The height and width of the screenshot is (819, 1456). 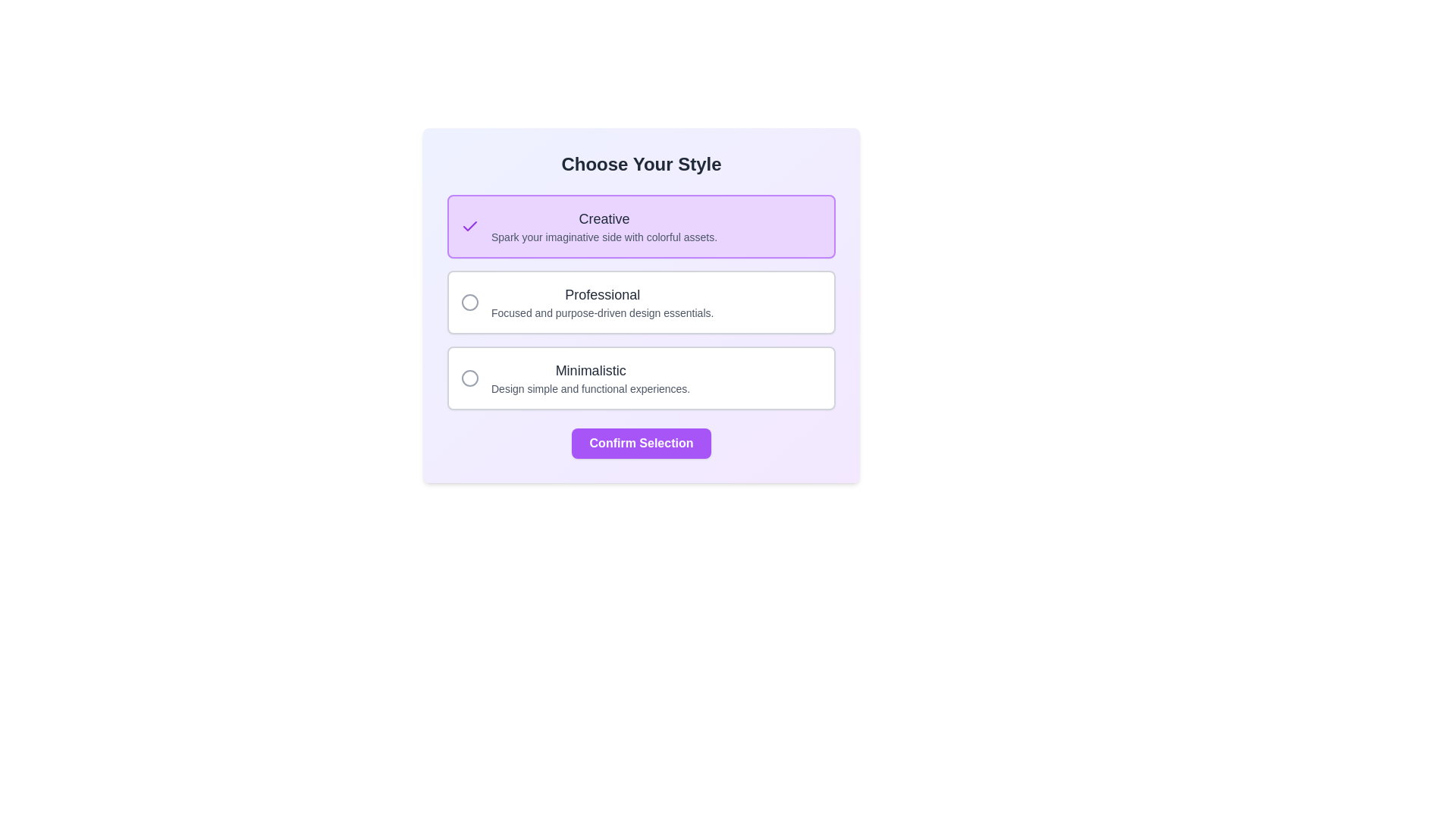 What do you see at coordinates (601, 302) in the screenshot?
I see `the 'Professional' Text Label in the second card of the 'Choose Your Style' vertical list, which provides information about the Professional choice of design style` at bounding box center [601, 302].